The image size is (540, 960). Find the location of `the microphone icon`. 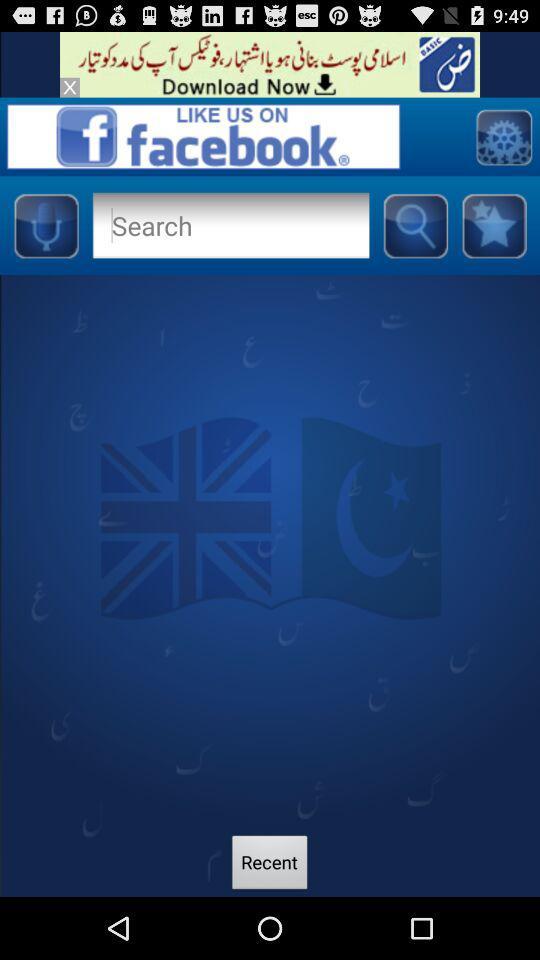

the microphone icon is located at coordinates (45, 240).